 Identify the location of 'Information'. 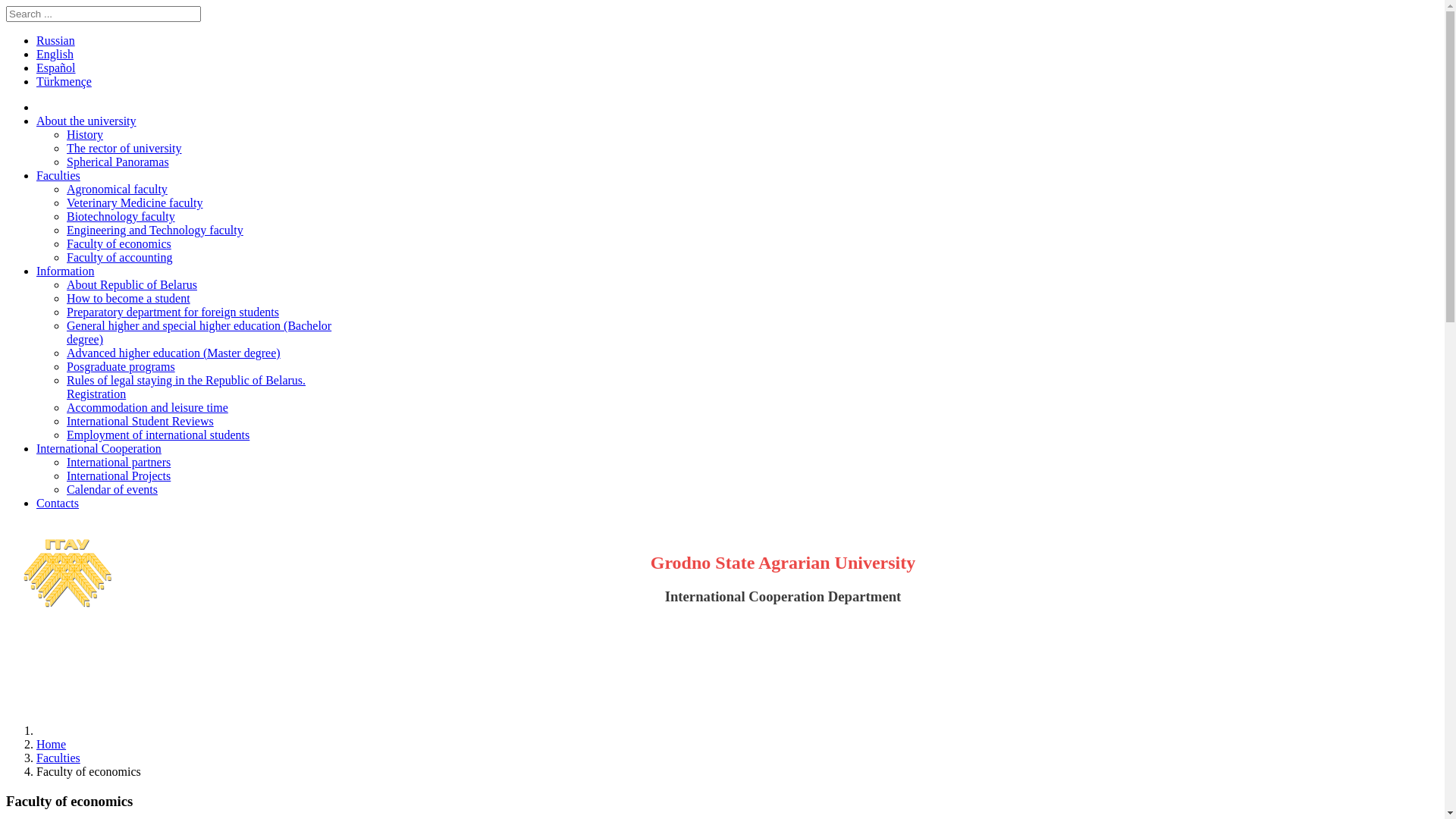
(64, 270).